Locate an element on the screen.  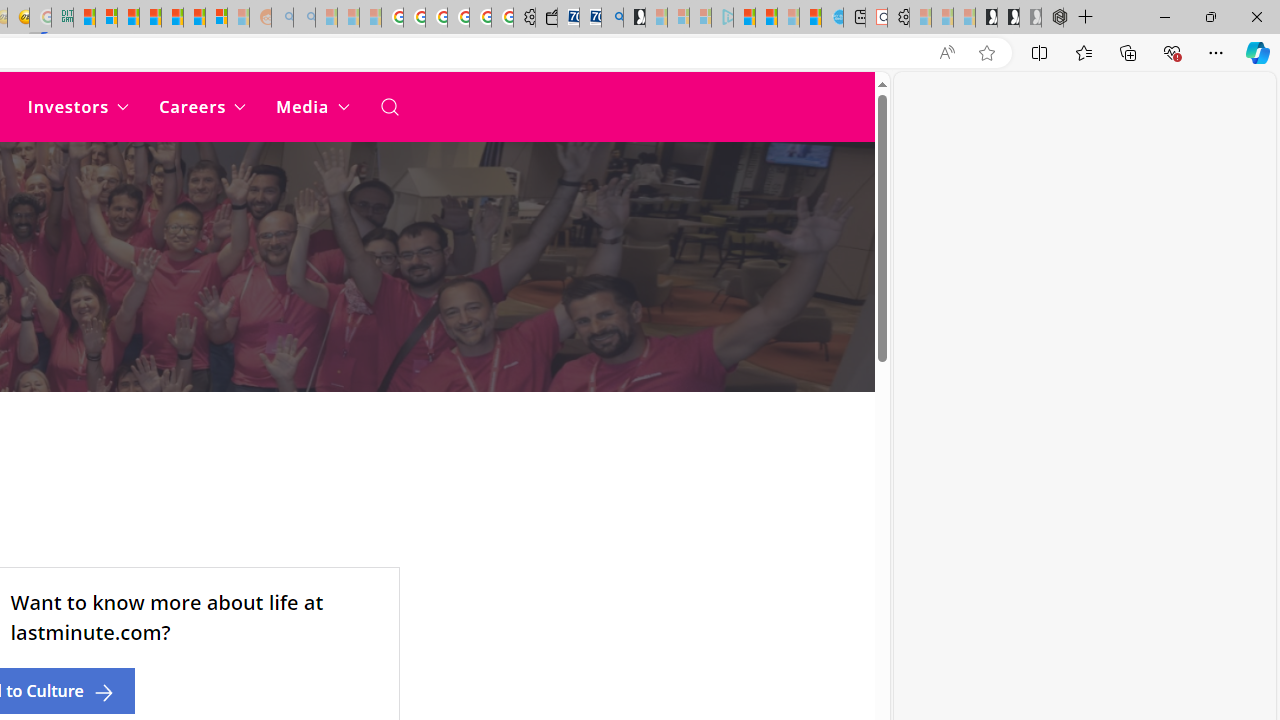
'Investors' is located at coordinates (78, 106).